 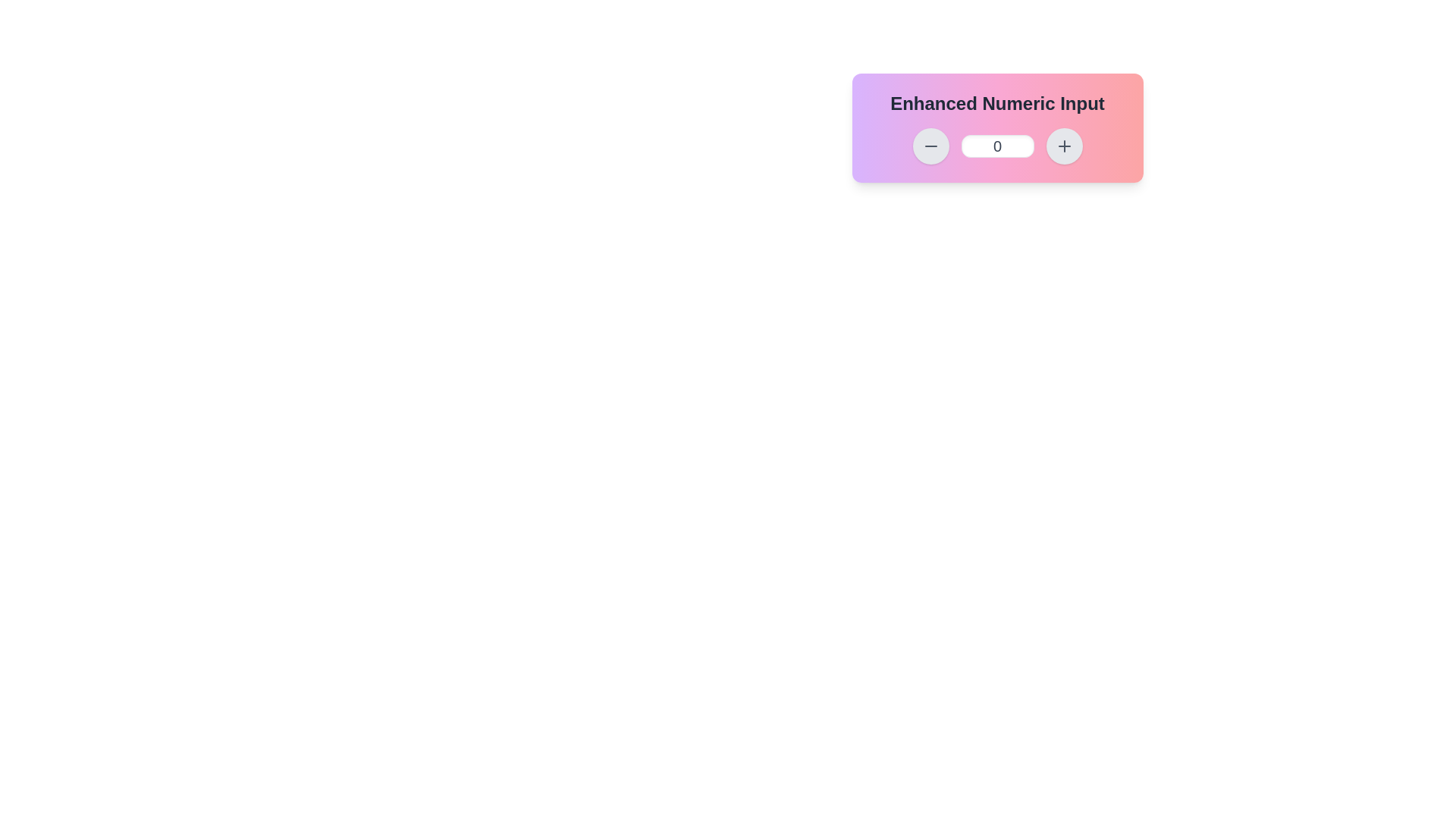 What do you see at coordinates (997, 146) in the screenshot?
I see `the text input box for modifying a numerical value, located at the center of the Enhanced Numeric Input control` at bounding box center [997, 146].